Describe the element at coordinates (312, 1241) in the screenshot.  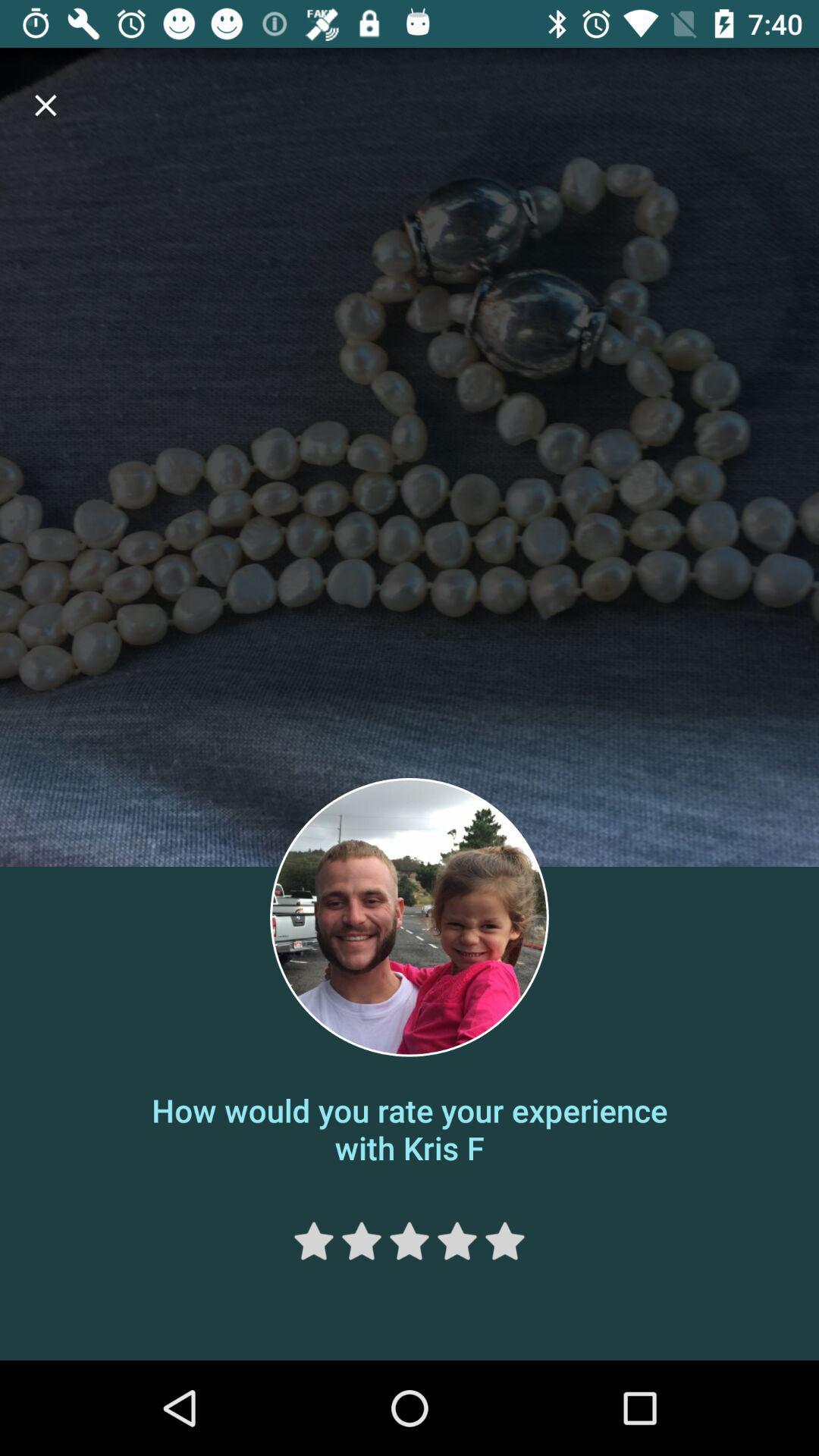
I see `one star rating` at that location.